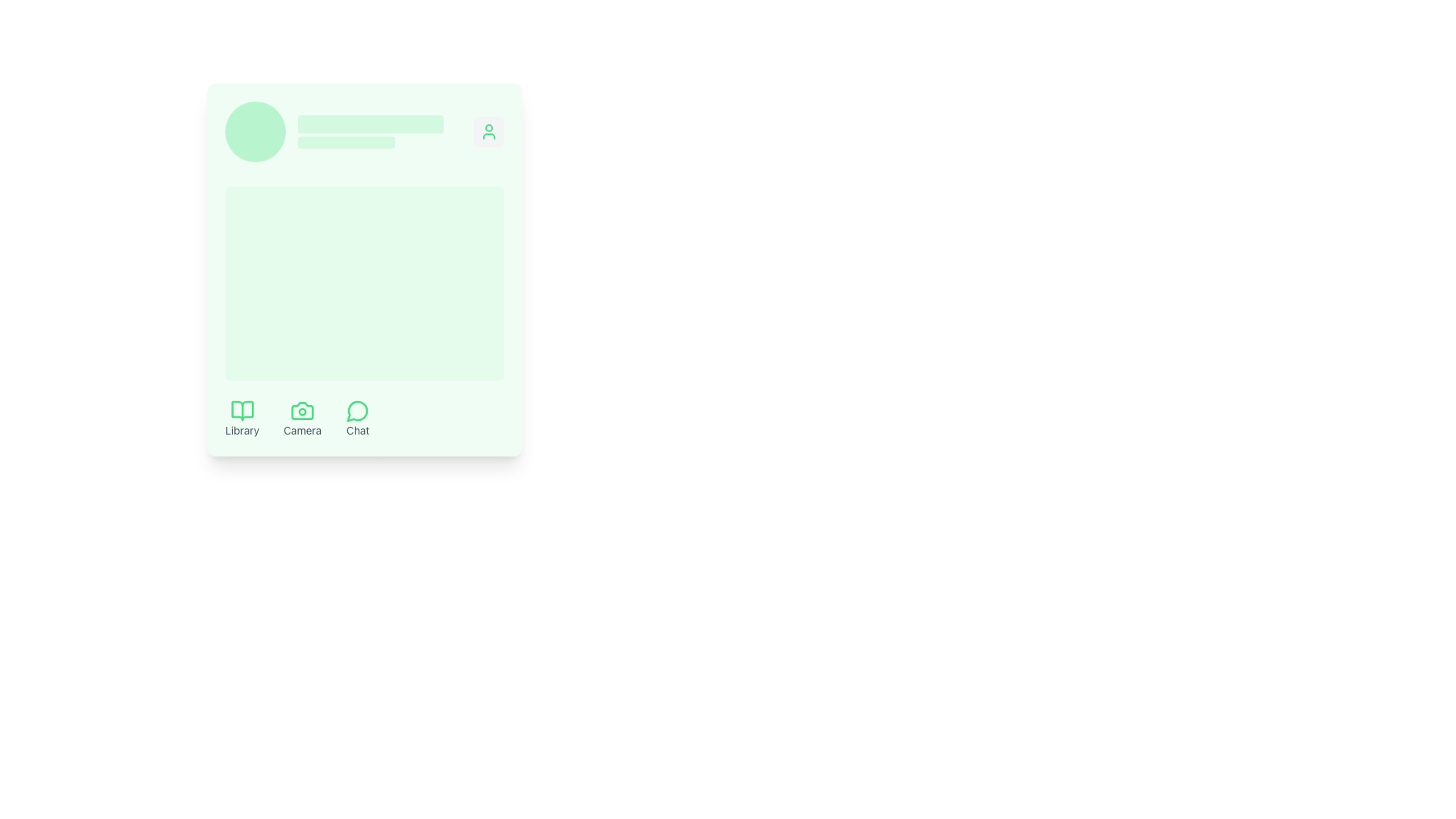 The image size is (1456, 819). I want to click on the text label that indicates the purpose of the associated button, specifically the 'Library' label located at the bottom-left corner of a panel, below a green book-shaped icon, so click(241, 430).